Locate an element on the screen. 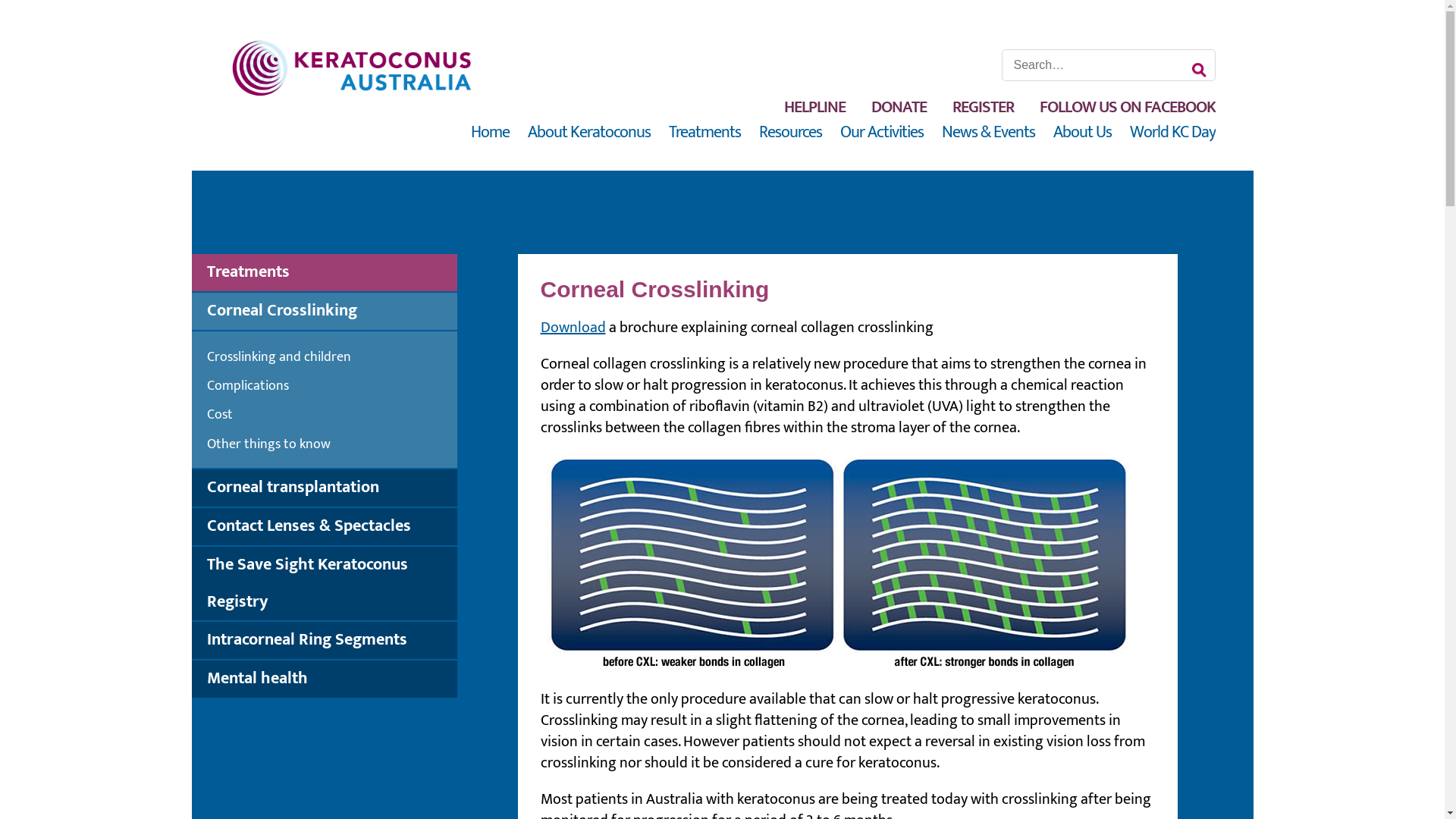  'About Us' is located at coordinates (1081, 131).